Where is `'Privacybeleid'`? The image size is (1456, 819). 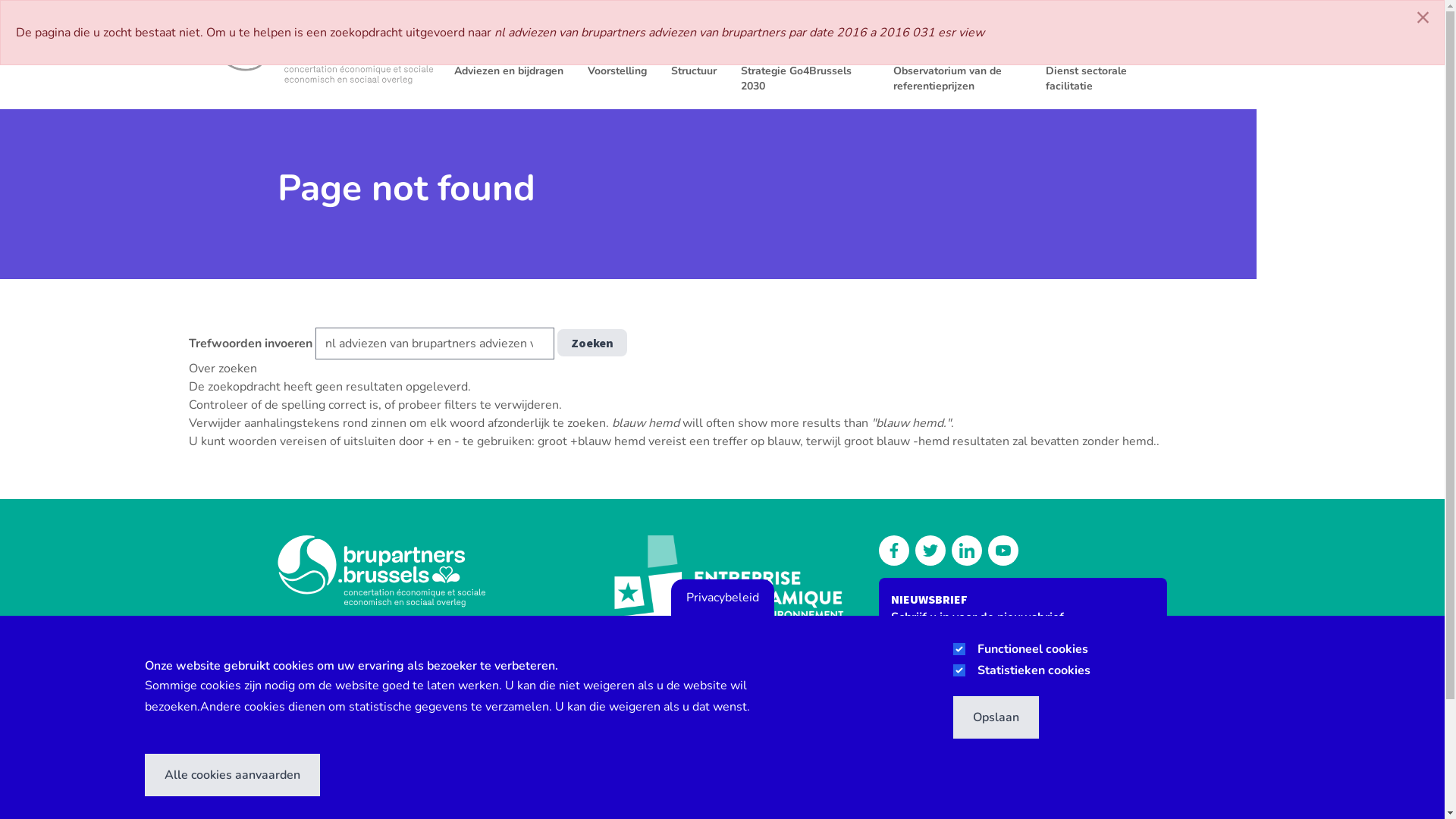
'Privacybeleid' is located at coordinates (720, 596).